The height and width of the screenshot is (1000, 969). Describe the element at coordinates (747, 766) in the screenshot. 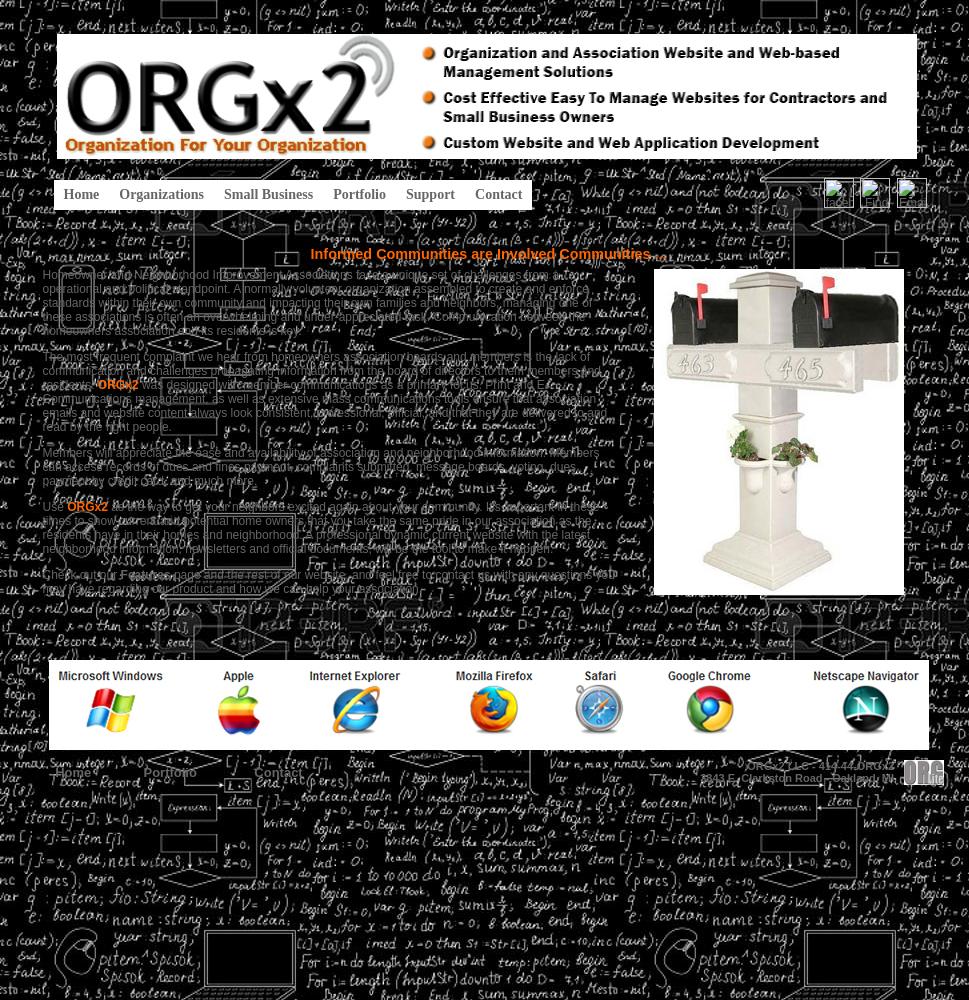

I see `'ORGx2 LLC - 414-44-ORGx2'` at that location.